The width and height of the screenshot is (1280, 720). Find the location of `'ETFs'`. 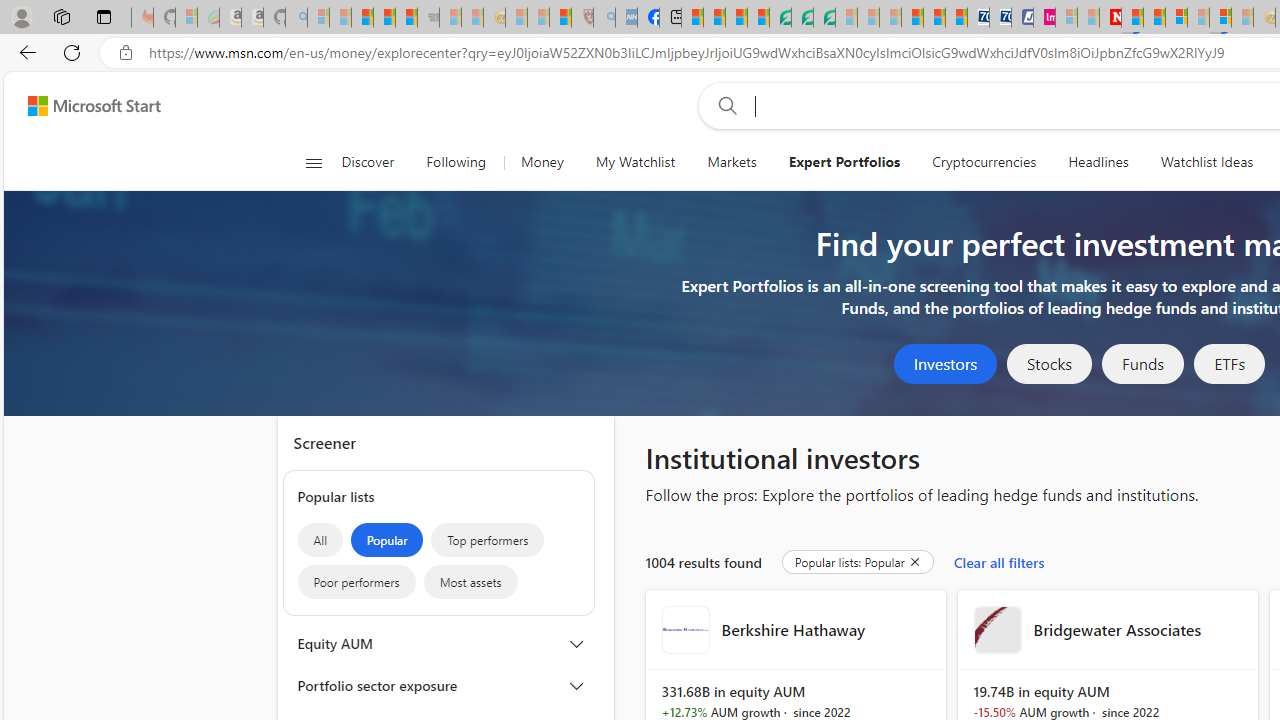

'ETFs' is located at coordinates (1229, 363).